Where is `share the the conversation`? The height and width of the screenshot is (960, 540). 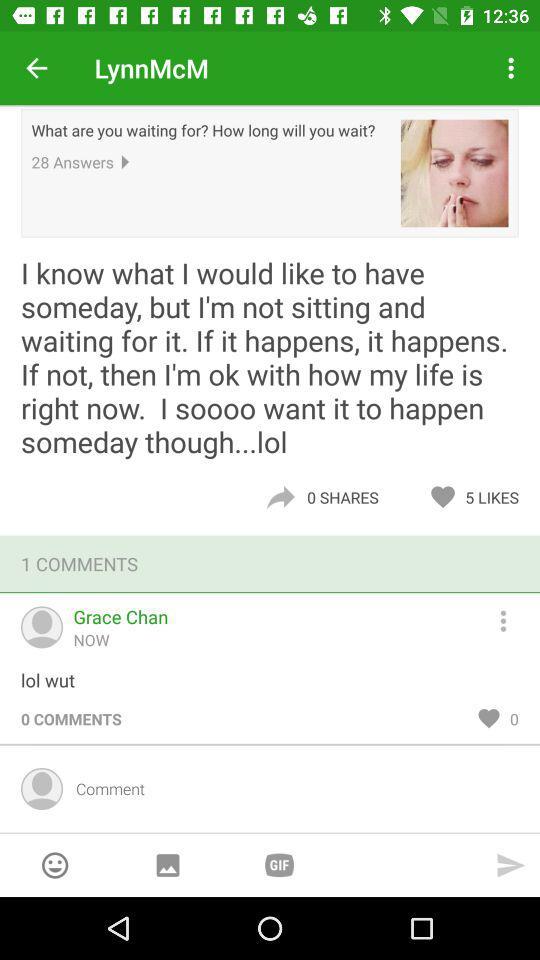 share the the conversation is located at coordinates (279, 496).